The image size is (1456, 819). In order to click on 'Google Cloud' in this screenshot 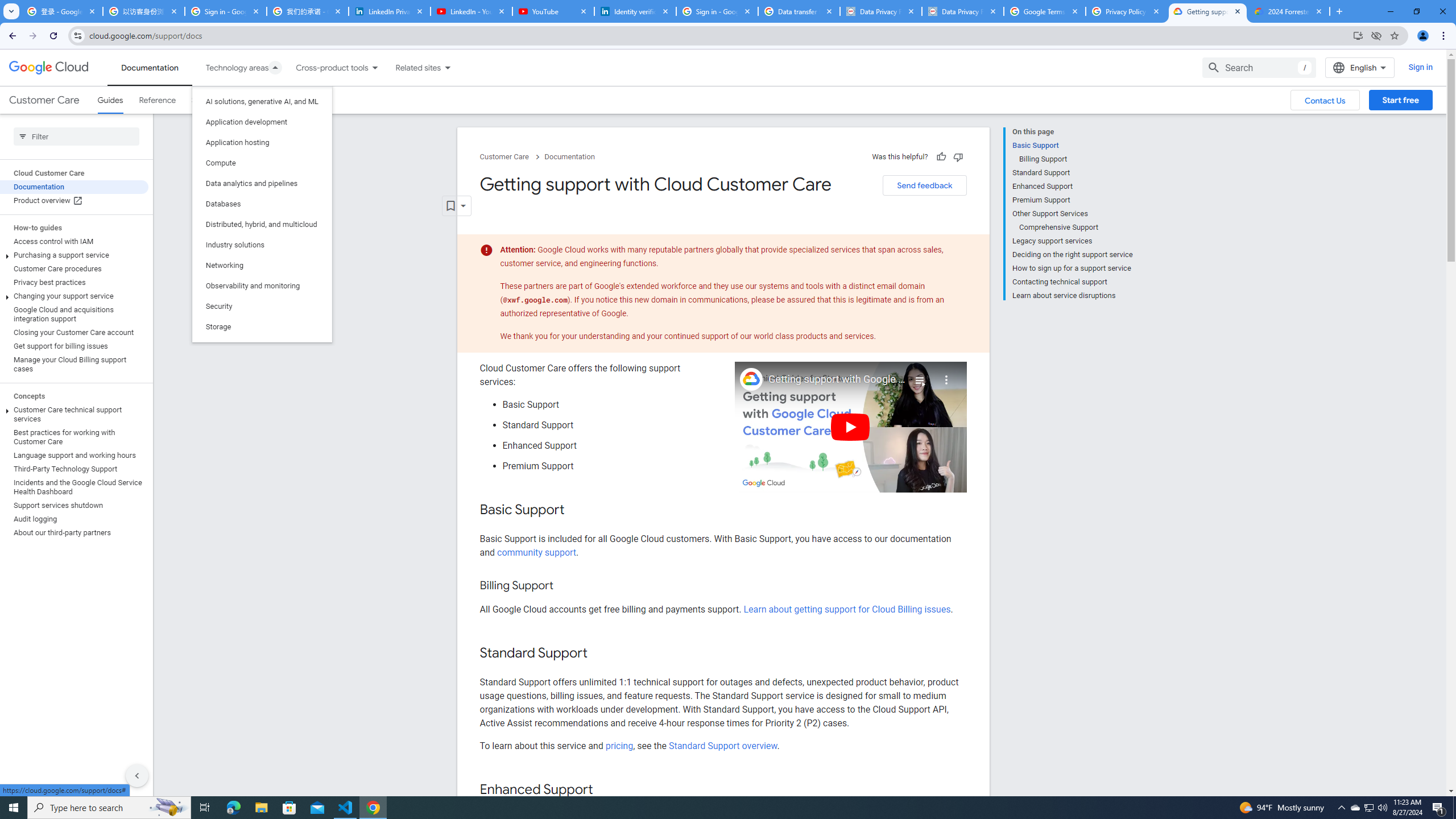, I will do `click(48, 67)`.